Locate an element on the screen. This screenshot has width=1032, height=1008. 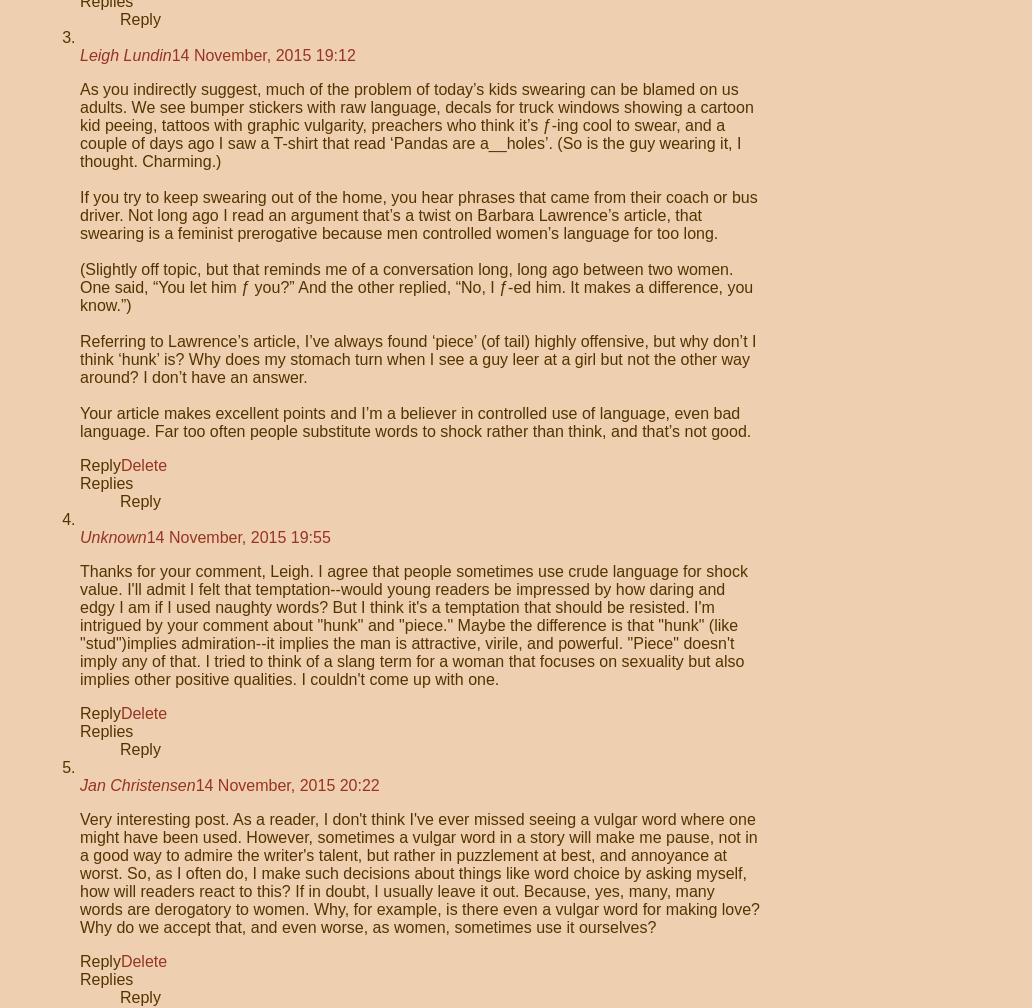
'(Slightly off topic, but that reminds me of a conversation long, long ago between two women. One said, “You let him ƒ you?” And the other replied, “No, I ƒ-ed him. It makes a difference, you know.”)' is located at coordinates (415, 287).